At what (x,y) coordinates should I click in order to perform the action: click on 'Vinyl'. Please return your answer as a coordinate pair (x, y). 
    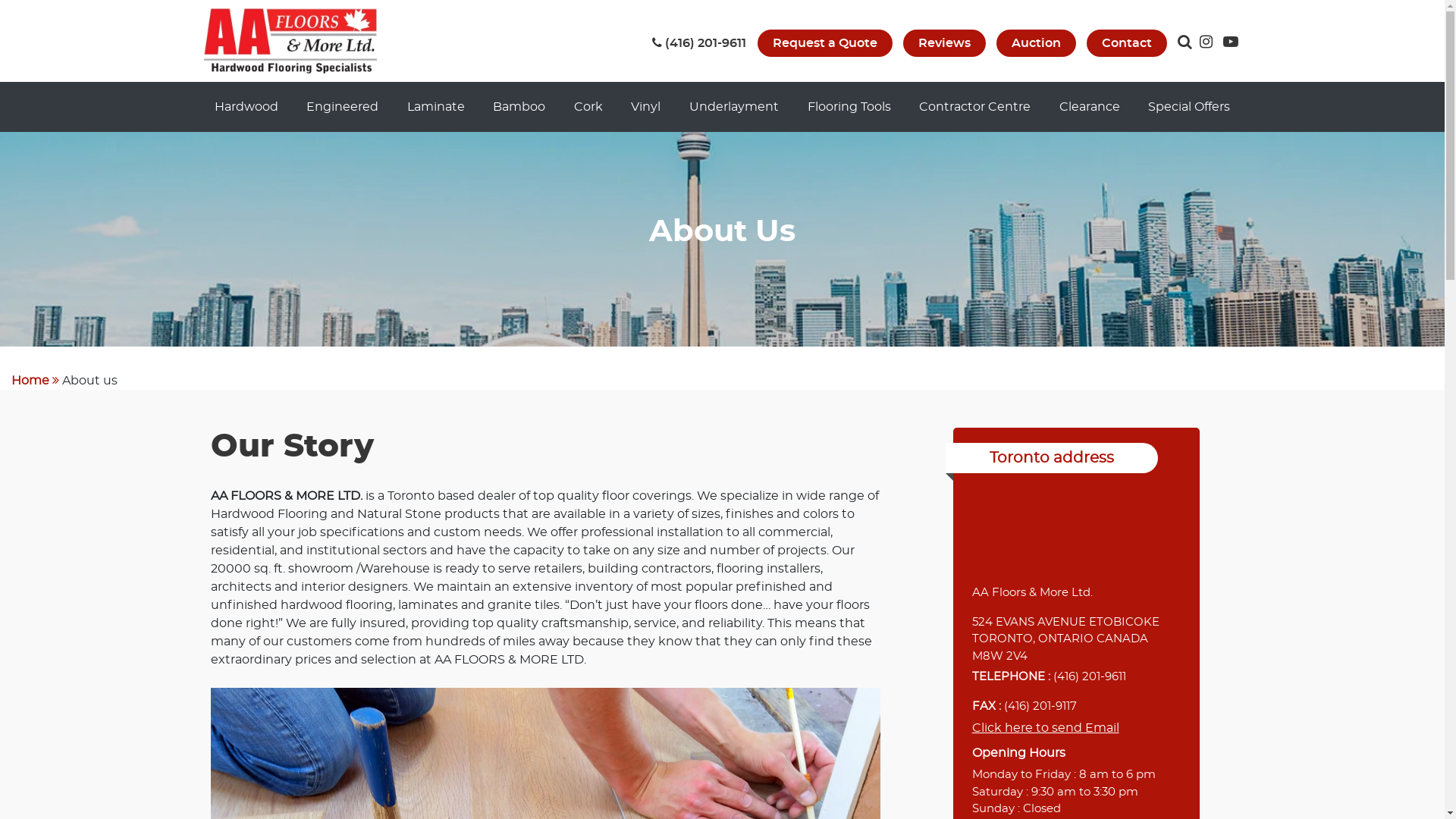
    Looking at the image, I should click on (630, 106).